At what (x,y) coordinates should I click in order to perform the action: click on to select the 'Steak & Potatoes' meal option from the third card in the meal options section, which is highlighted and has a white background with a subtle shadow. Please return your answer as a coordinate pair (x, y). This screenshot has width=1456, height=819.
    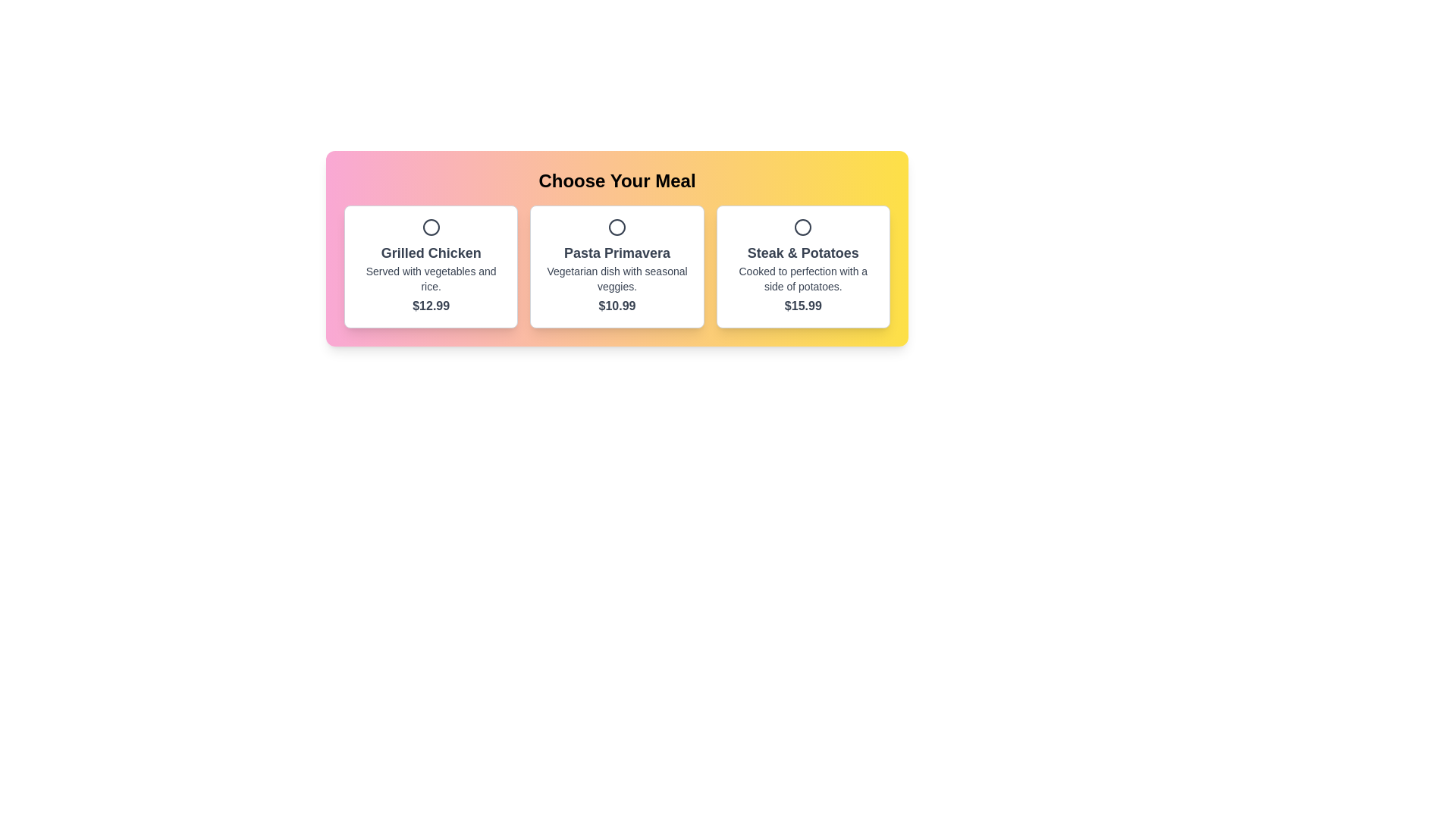
    Looking at the image, I should click on (802, 278).